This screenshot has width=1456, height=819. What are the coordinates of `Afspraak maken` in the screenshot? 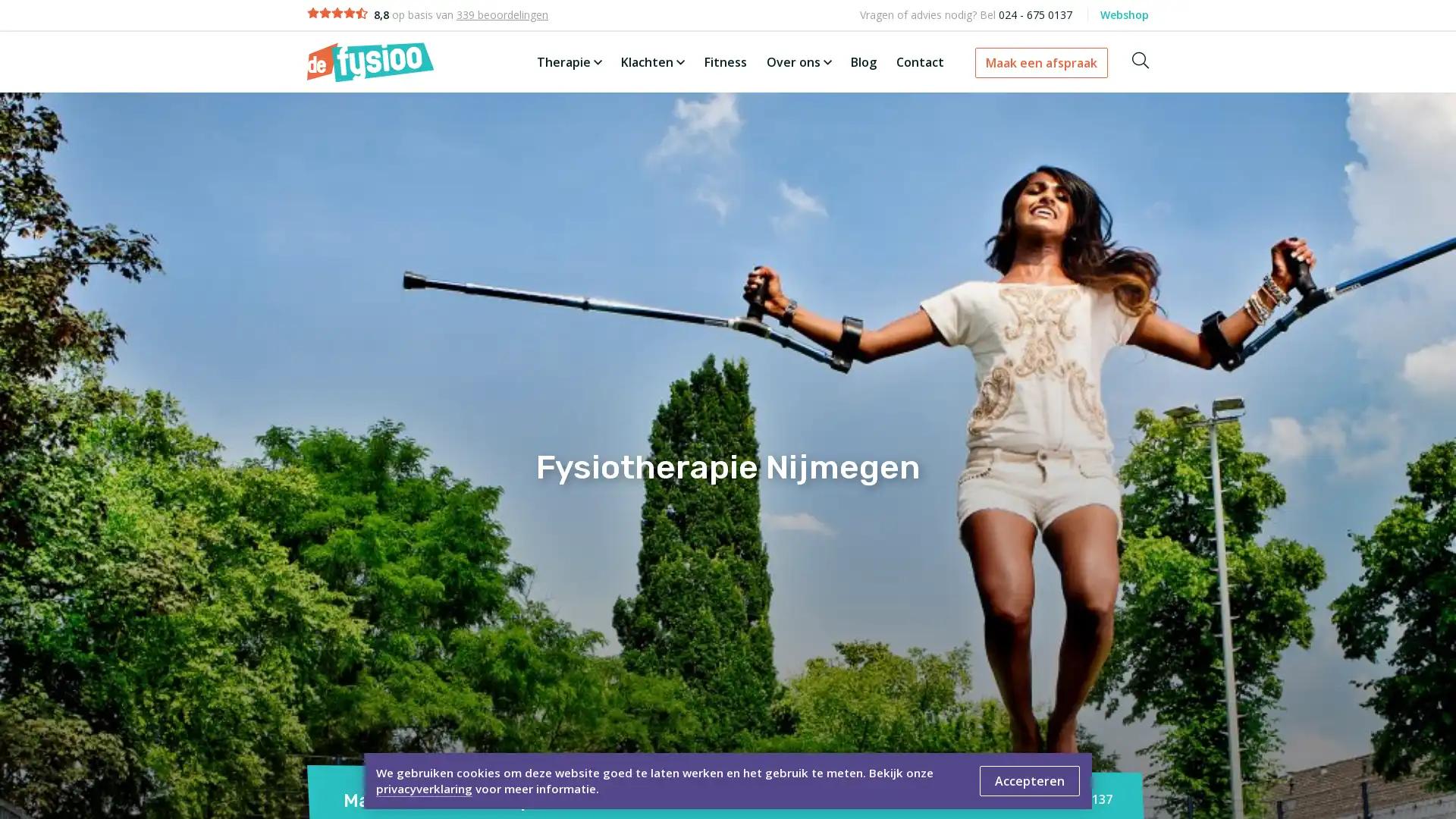 It's located at (1041, 602).